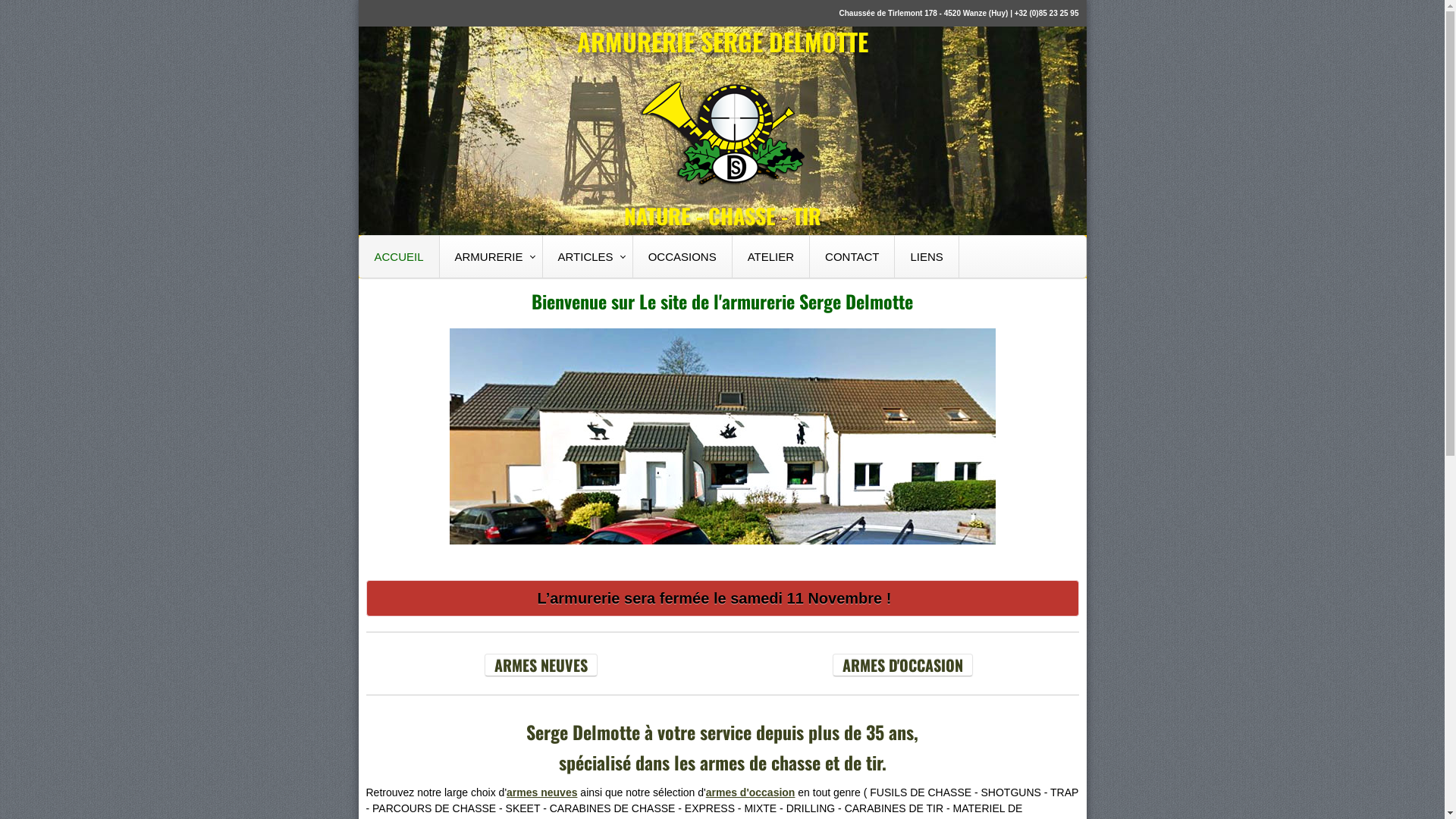 The width and height of the screenshot is (1456, 819). Describe the element at coordinates (852, 256) in the screenshot. I see `'CONTACT'` at that location.